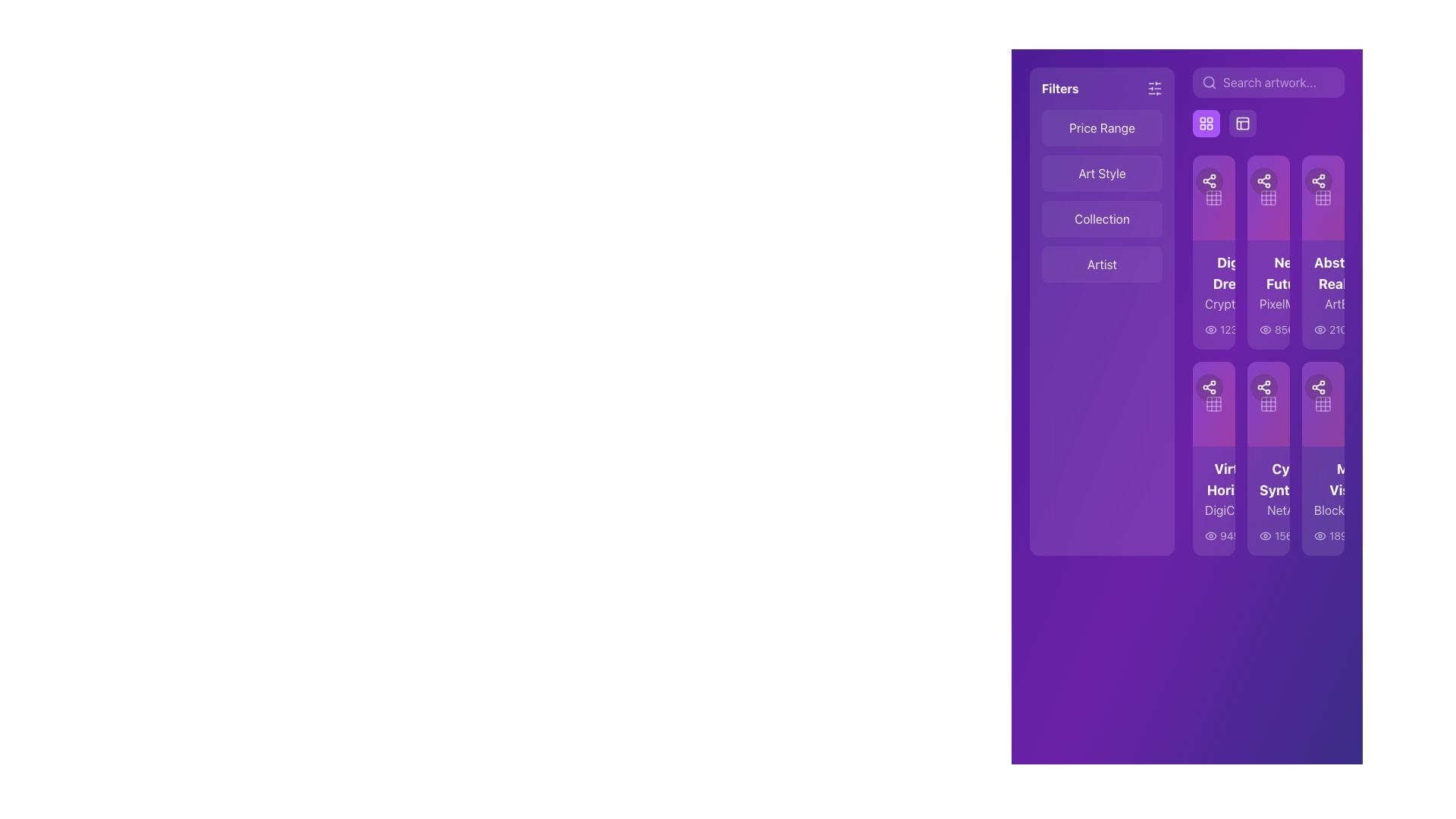  Describe the element at coordinates (1258, 329) in the screenshot. I see `numerical value associated with the heart icon located in the lower section of the card-like layout, positioned to the right of the numerical value (1234)` at that location.